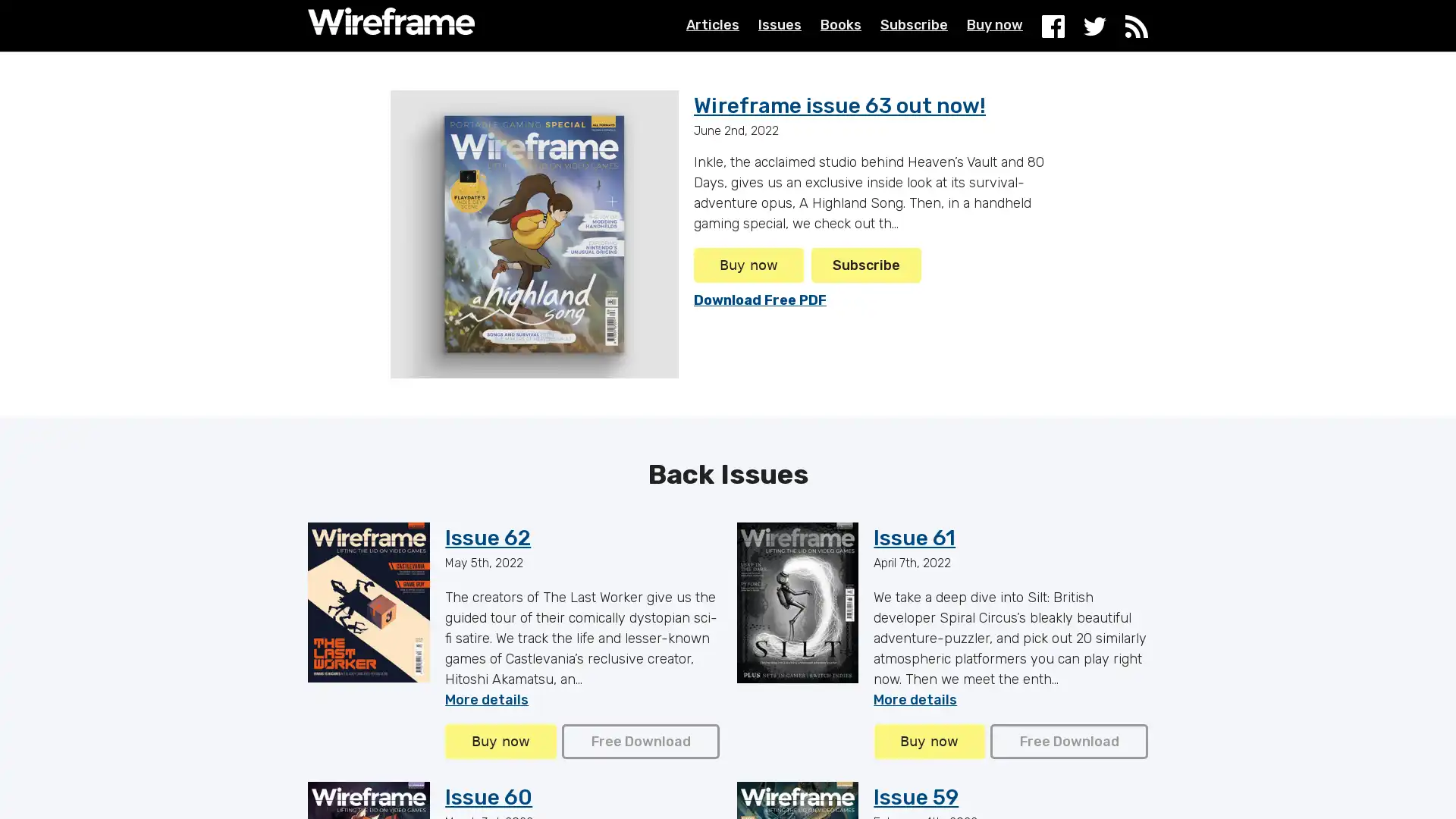  What do you see at coordinates (748, 265) in the screenshot?
I see `Buy now` at bounding box center [748, 265].